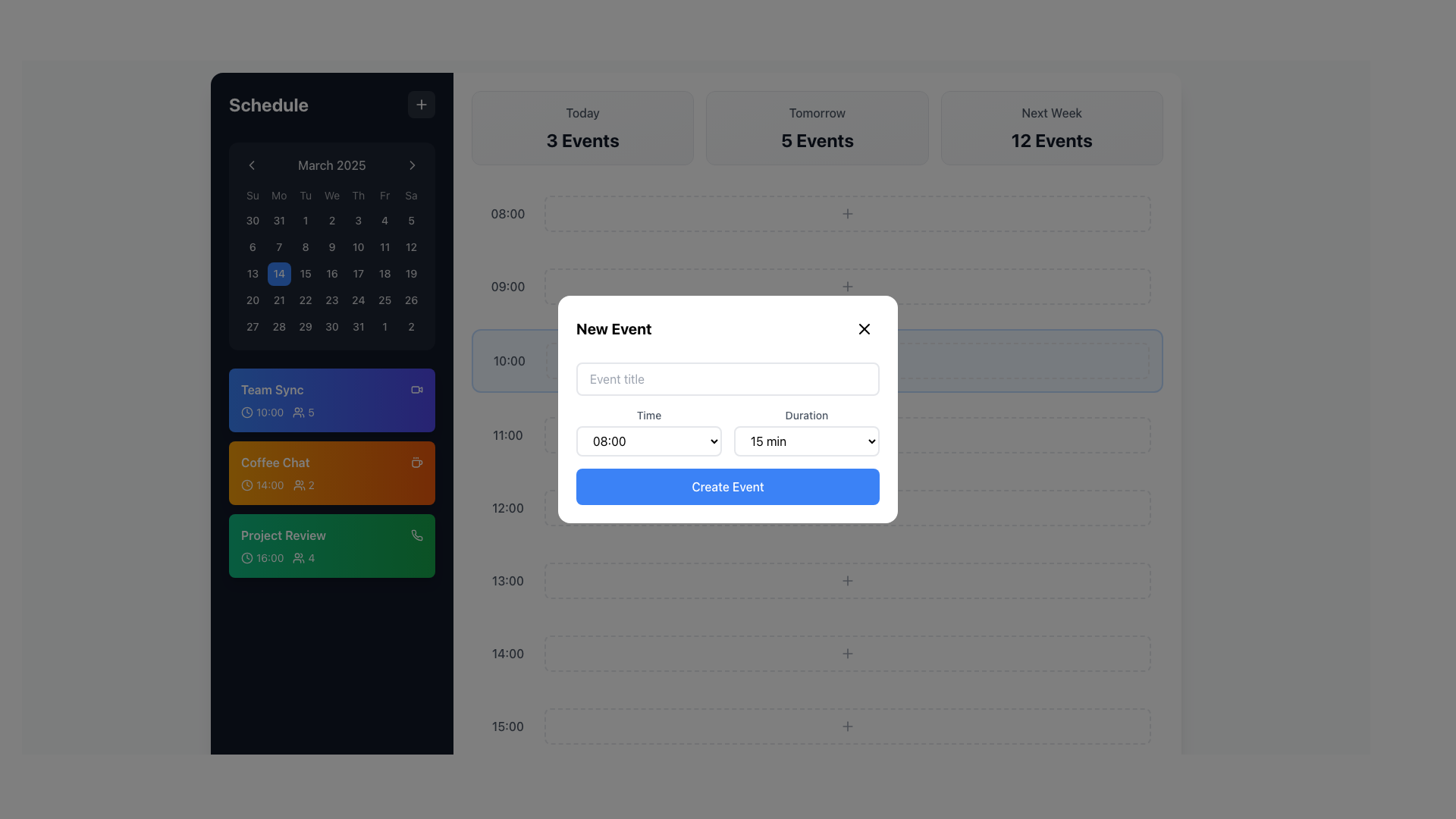 The image size is (1456, 819). I want to click on the 'Coffee Chat' event button located in the 'Schedule' section, which is the second item in a vertical list of events, so click(331, 472).